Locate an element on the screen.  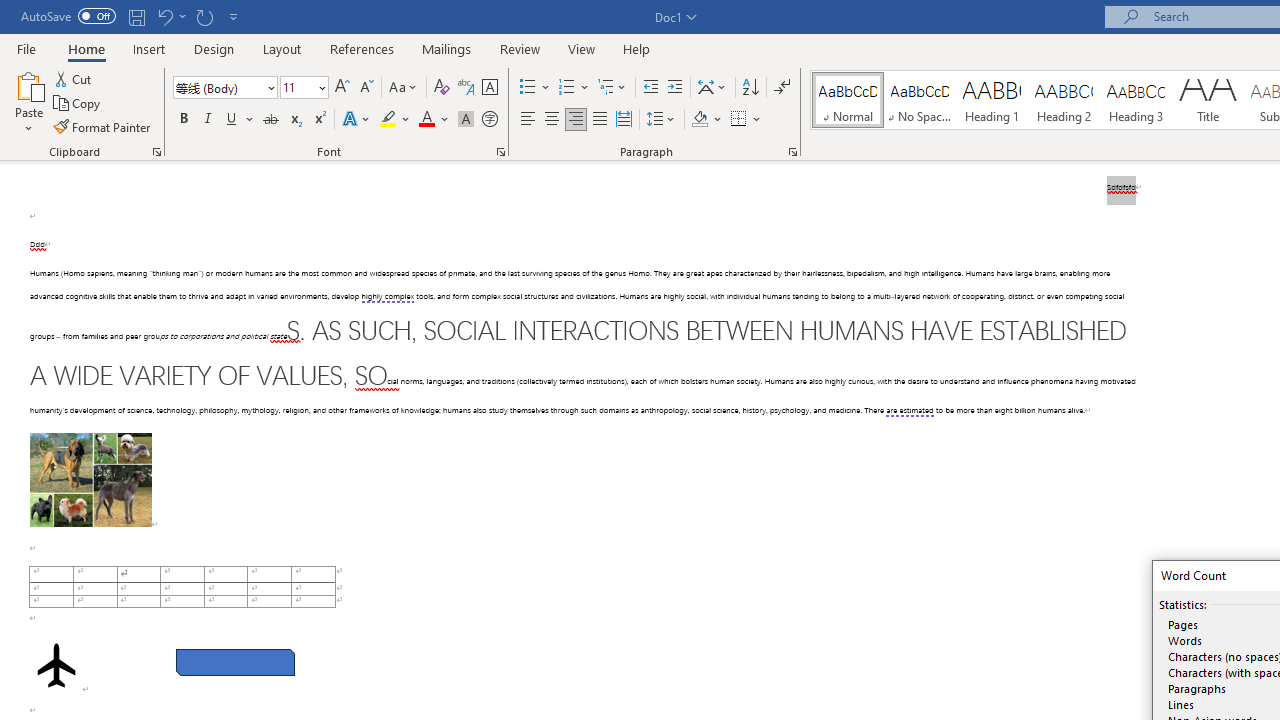
'Rectangle: Diagonal Corners Snipped 2' is located at coordinates (235, 662).